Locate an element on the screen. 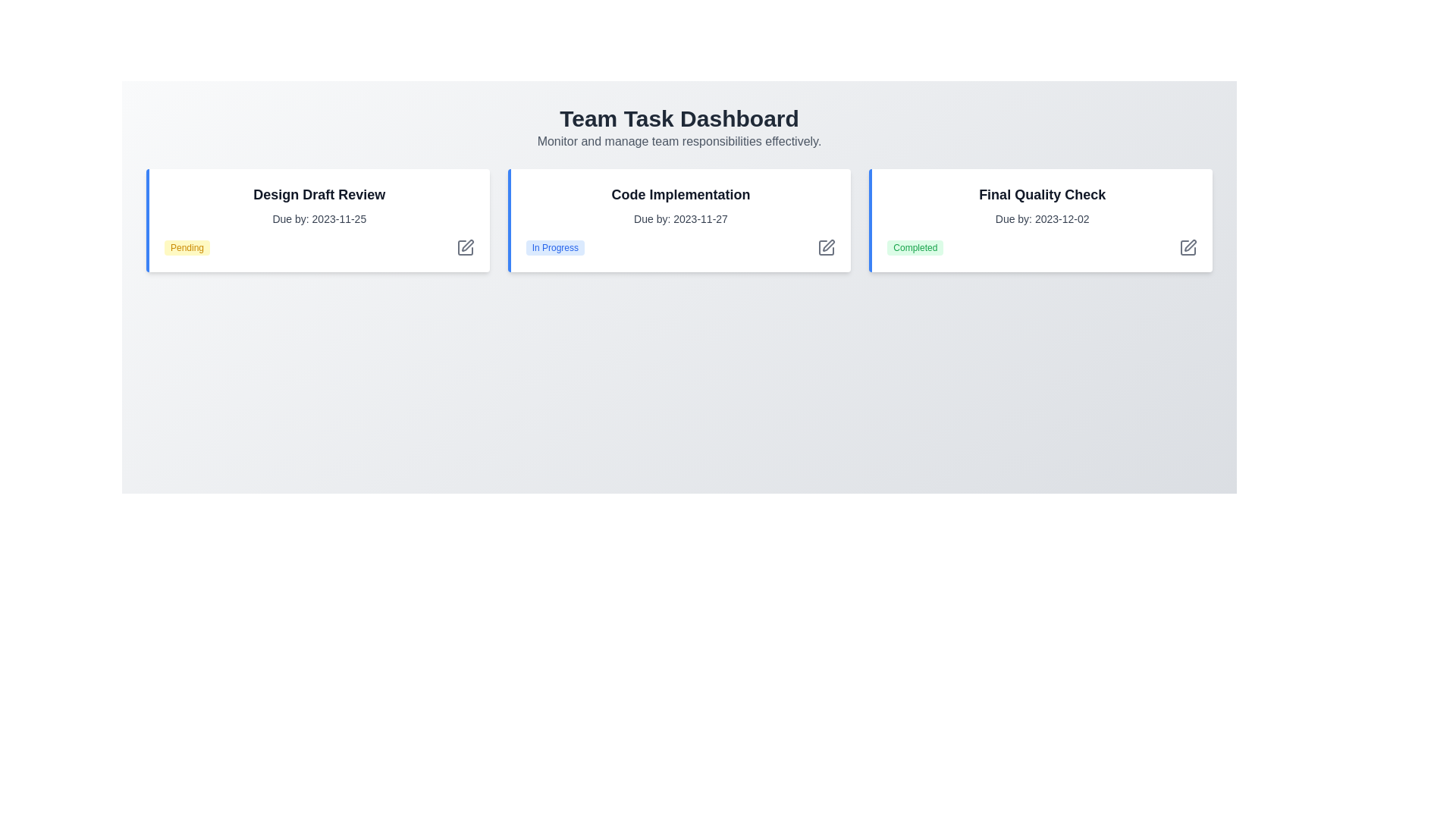 The width and height of the screenshot is (1456, 819). the edit icon button located to the right of the 'Pending' label in the 'Design Draft Review' card is located at coordinates (464, 247).